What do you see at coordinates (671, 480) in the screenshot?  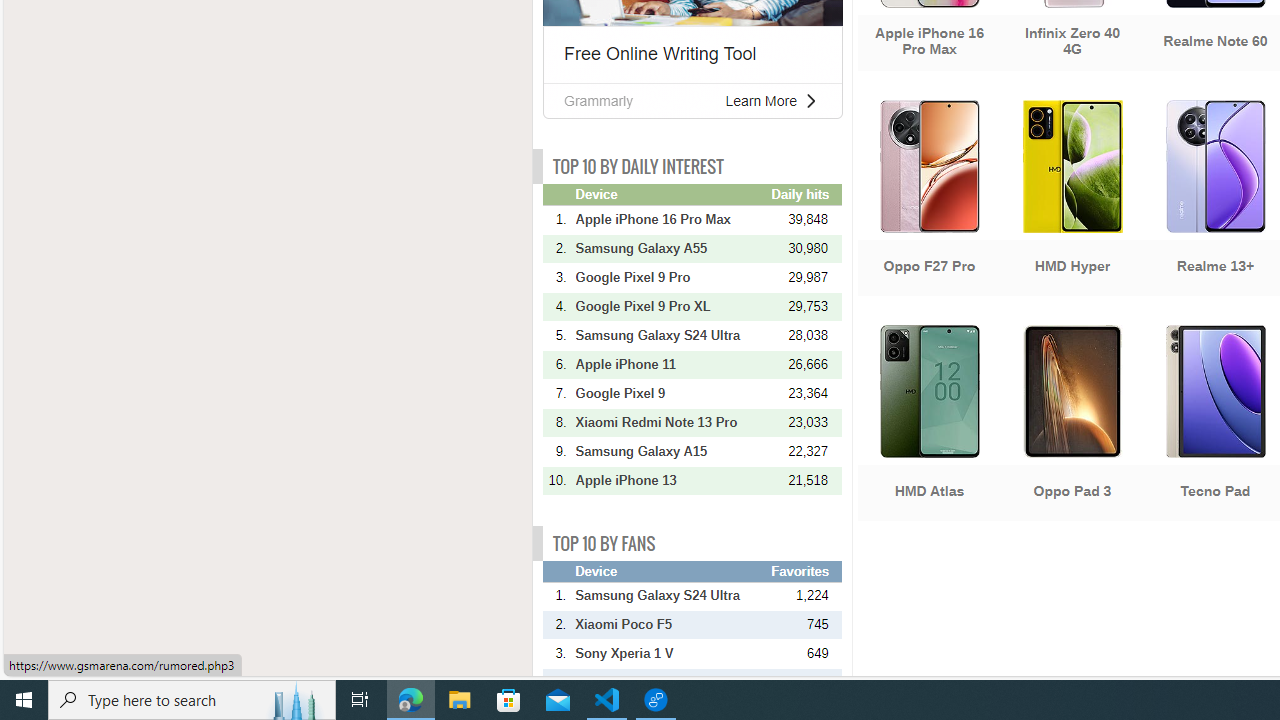 I see `'Apple iPhone 13'` at bounding box center [671, 480].